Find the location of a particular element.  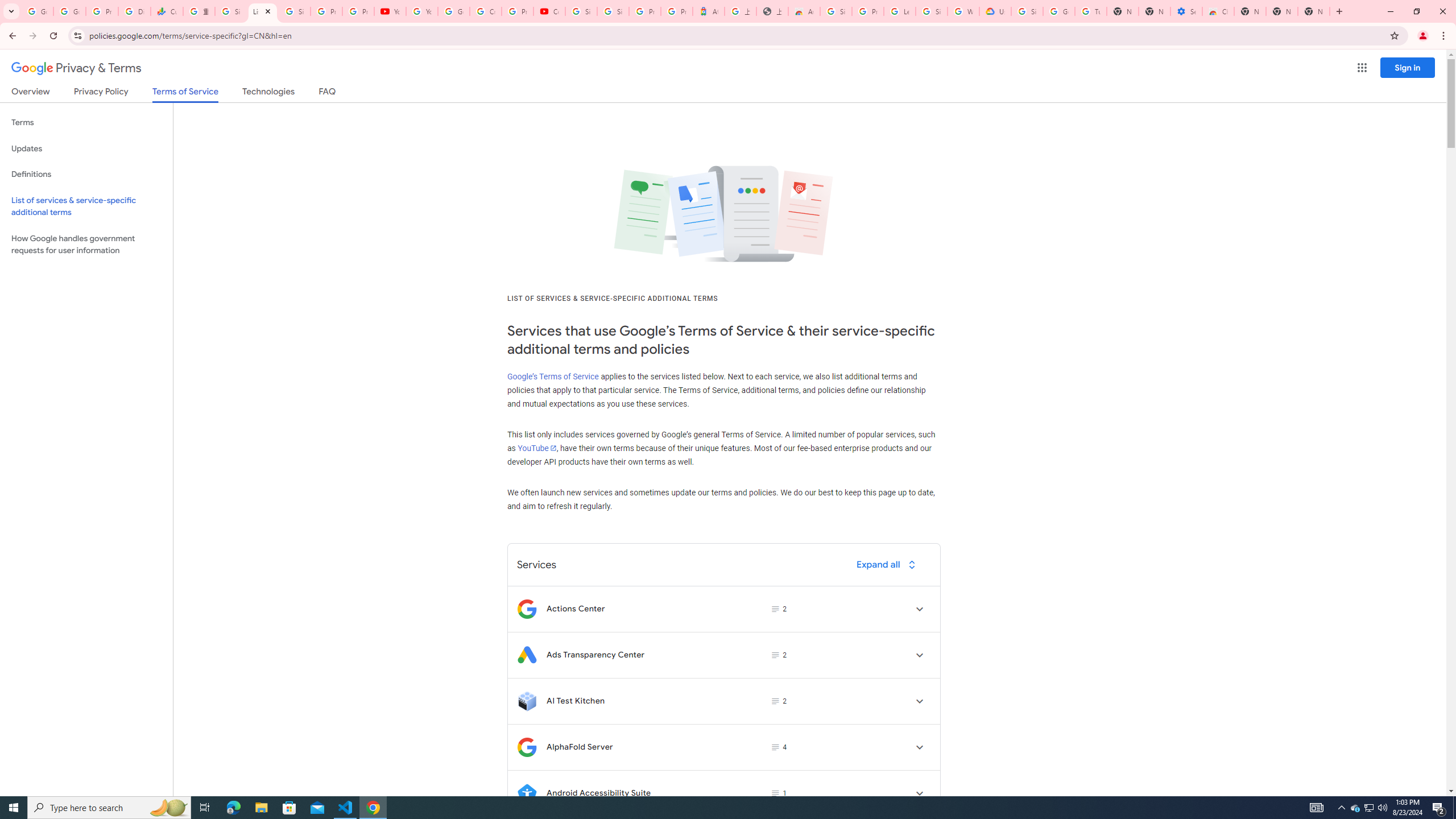

'Create your Google Account' is located at coordinates (485, 11).